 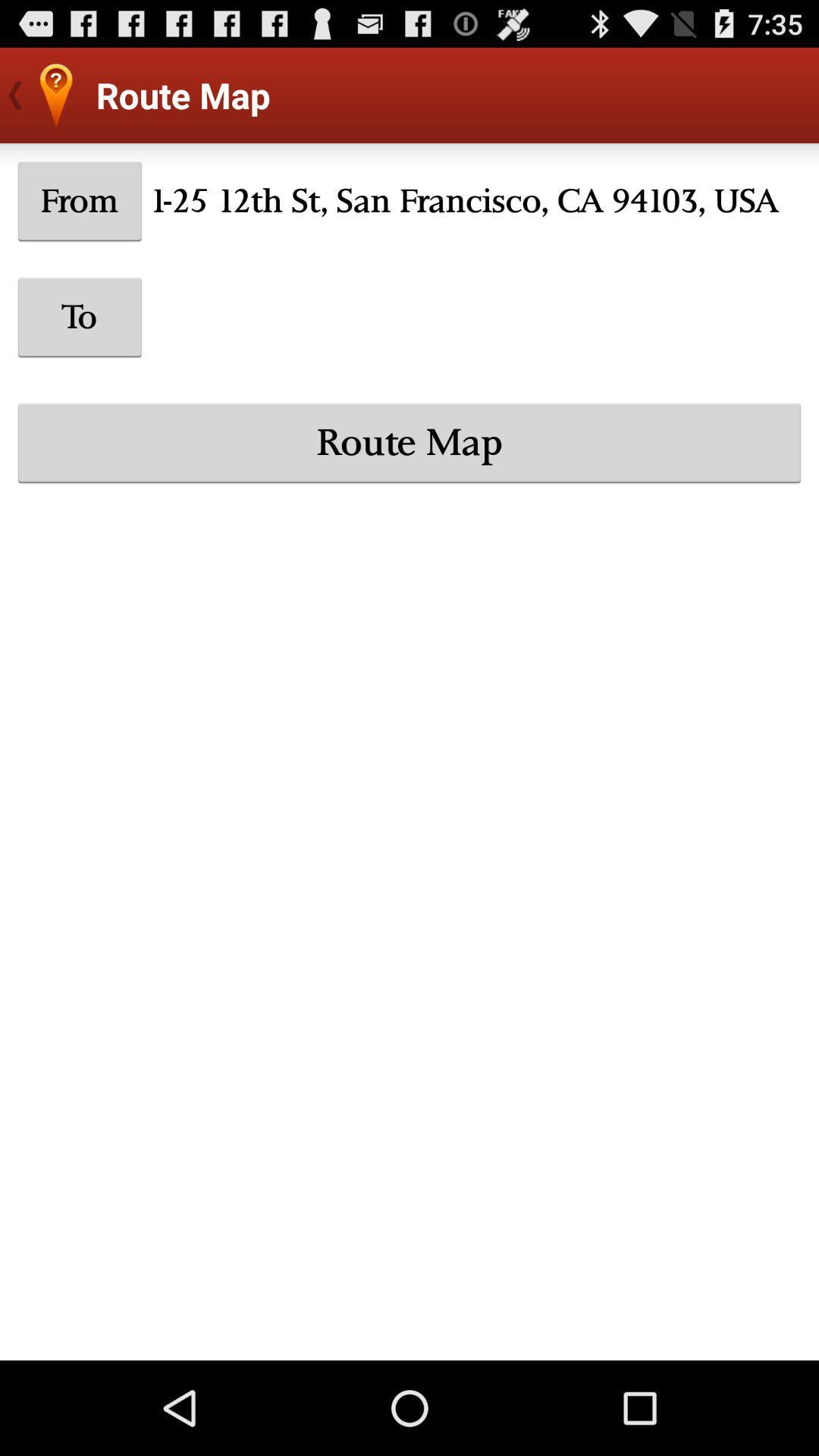 What do you see at coordinates (80, 200) in the screenshot?
I see `the from icon` at bounding box center [80, 200].